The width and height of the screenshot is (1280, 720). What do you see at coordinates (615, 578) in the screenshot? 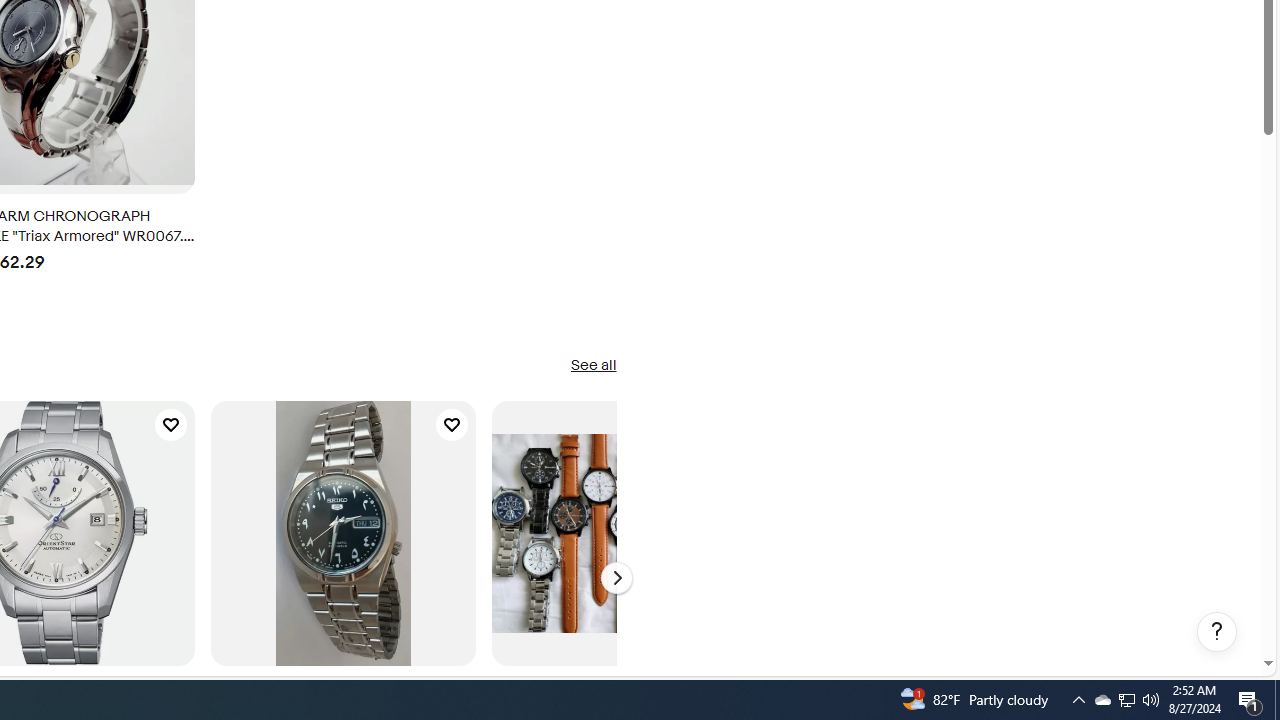
I see `'Go to the next slide, Wristwatches - Carousel'` at bounding box center [615, 578].